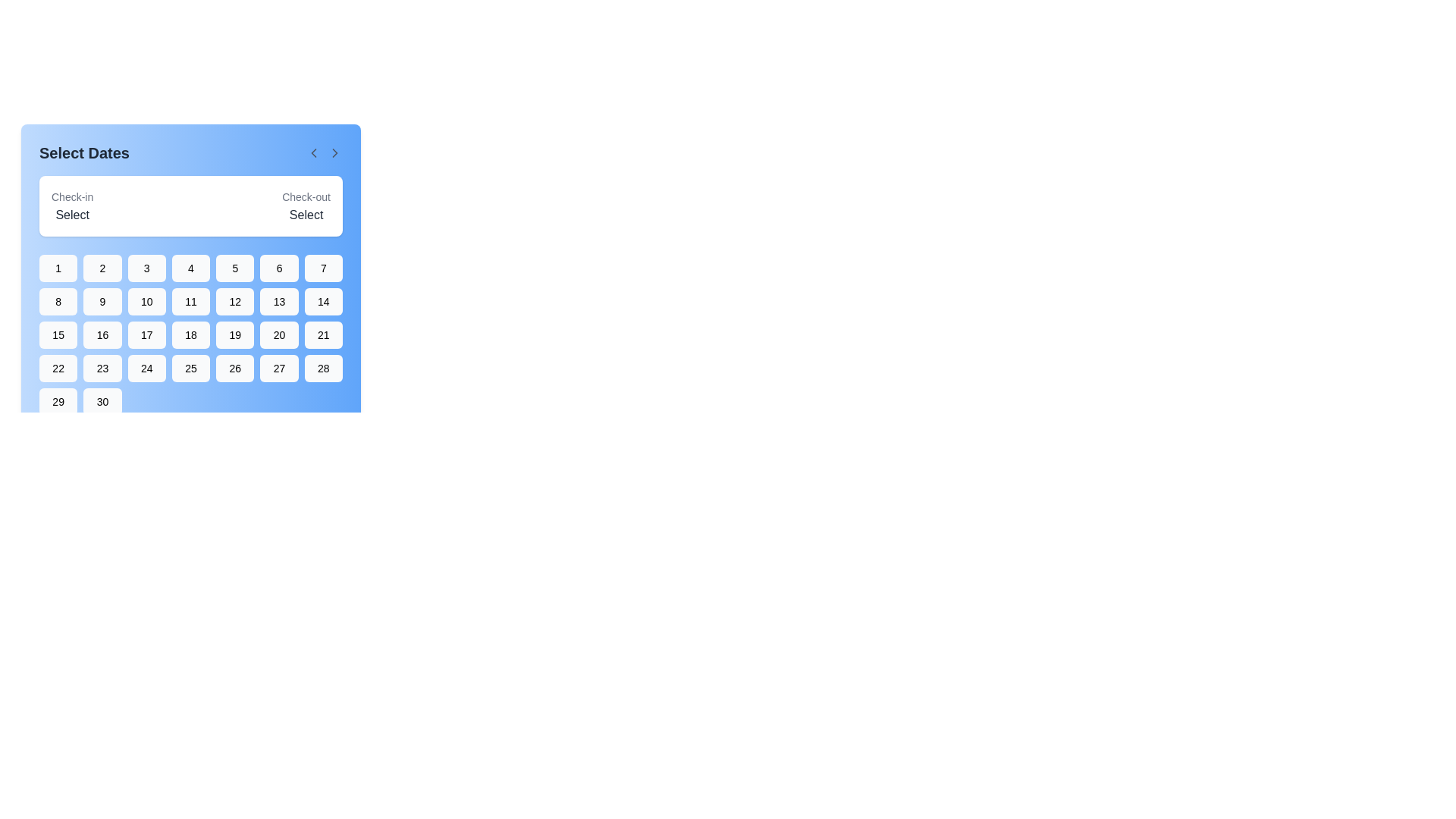  Describe the element at coordinates (306, 206) in the screenshot. I see `the button labeled 'Select' under the 'Check-out' section to receive additional details or highlights` at that location.